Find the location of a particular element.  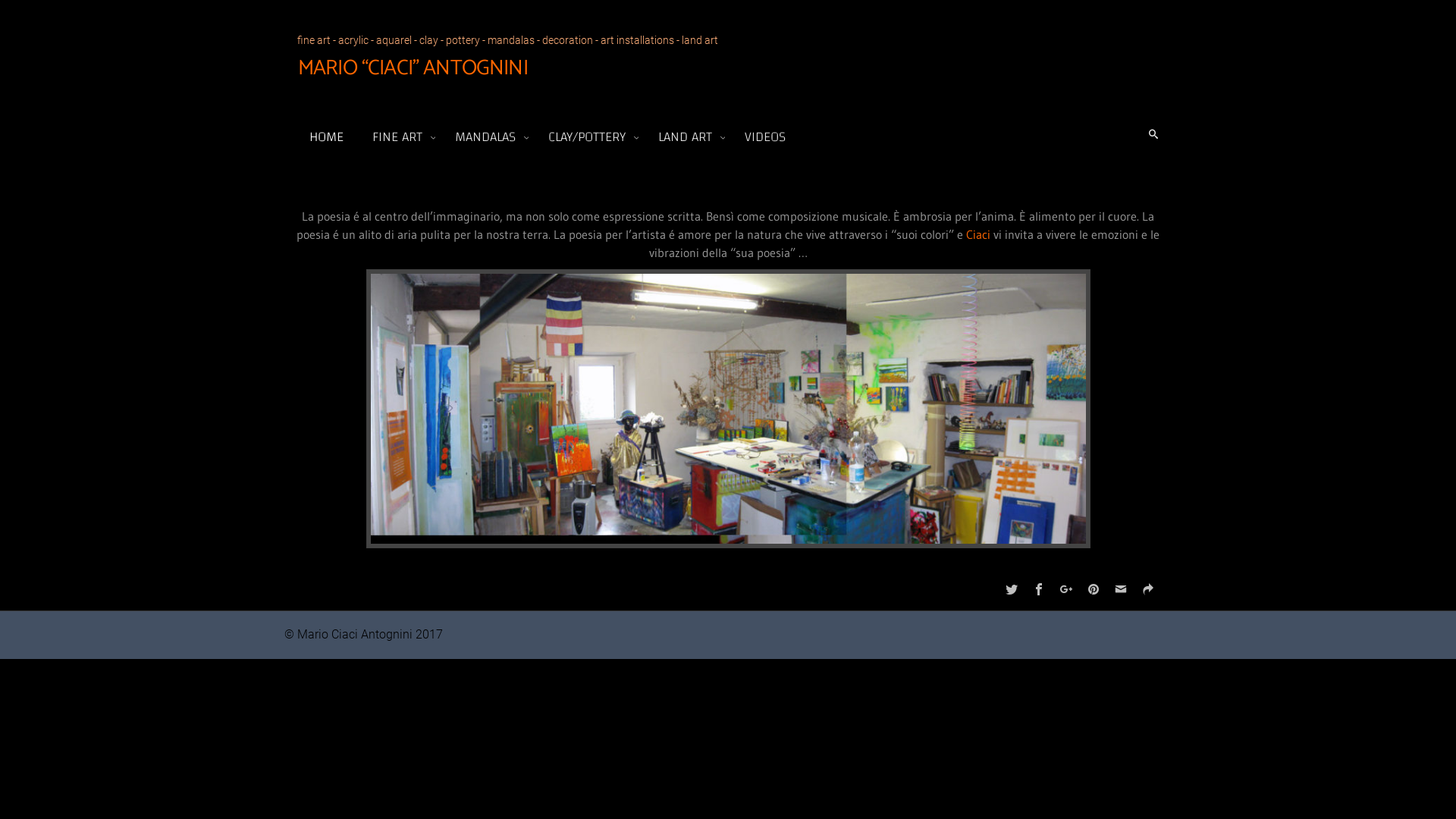

'CLAY/POTTERY' is located at coordinates (588, 136).